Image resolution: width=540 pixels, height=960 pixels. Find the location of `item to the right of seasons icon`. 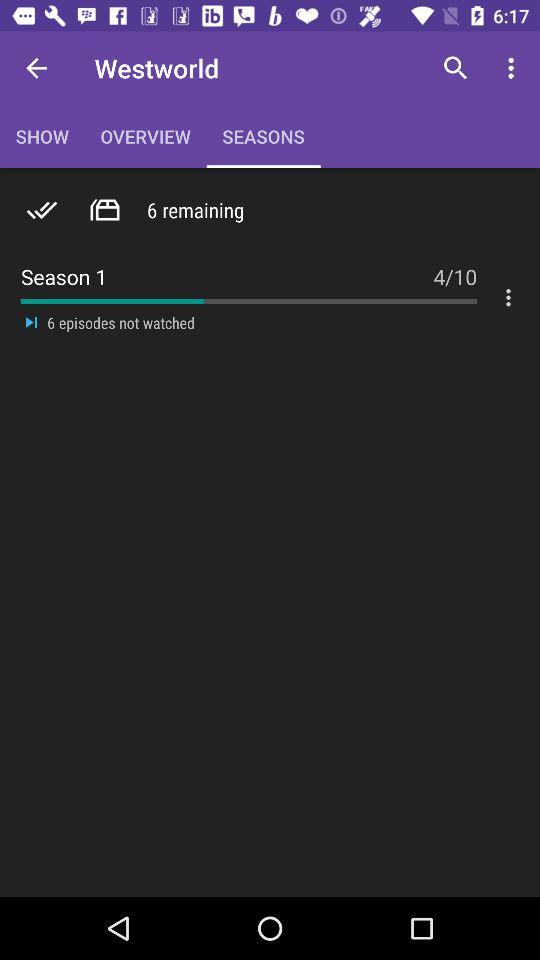

item to the right of seasons icon is located at coordinates (455, 68).